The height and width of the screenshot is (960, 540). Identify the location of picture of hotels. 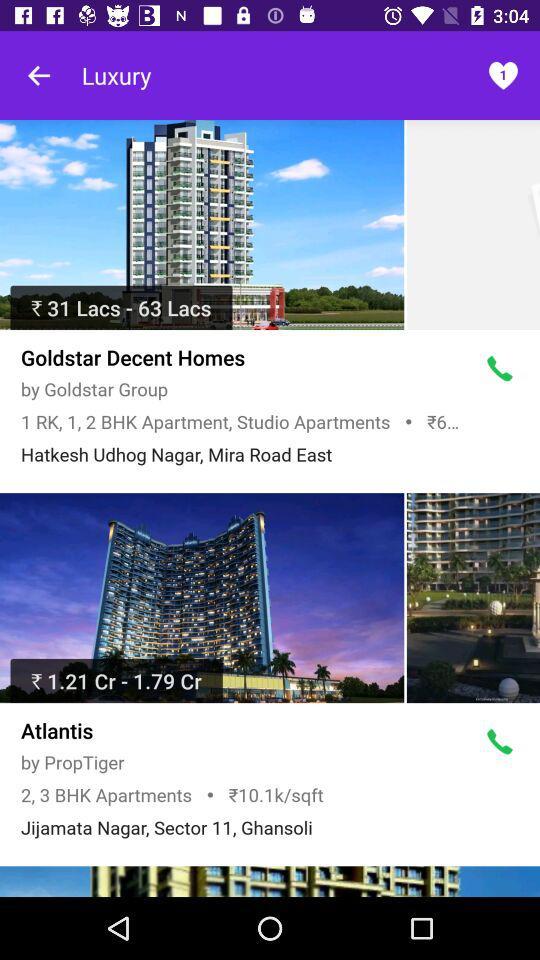
(472, 598).